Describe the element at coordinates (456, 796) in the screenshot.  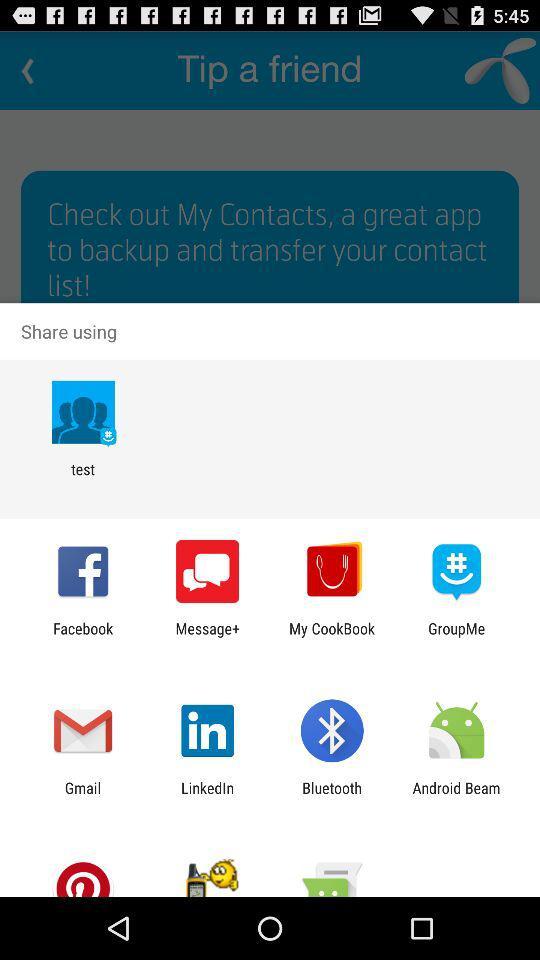
I see `the app to the right of bluetooth app` at that location.